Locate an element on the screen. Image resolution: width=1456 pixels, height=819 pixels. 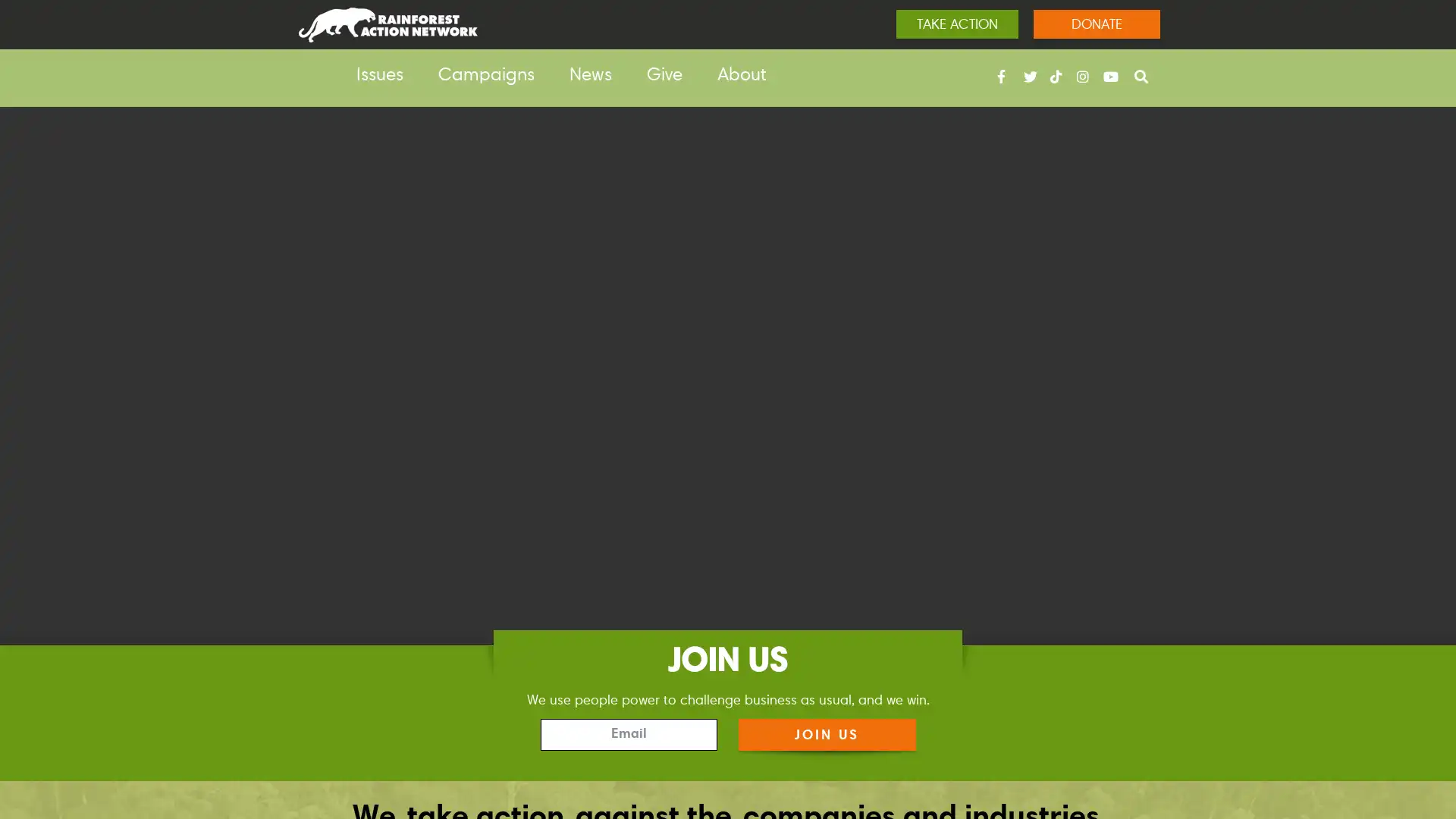
News is located at coordinates (589, 76).